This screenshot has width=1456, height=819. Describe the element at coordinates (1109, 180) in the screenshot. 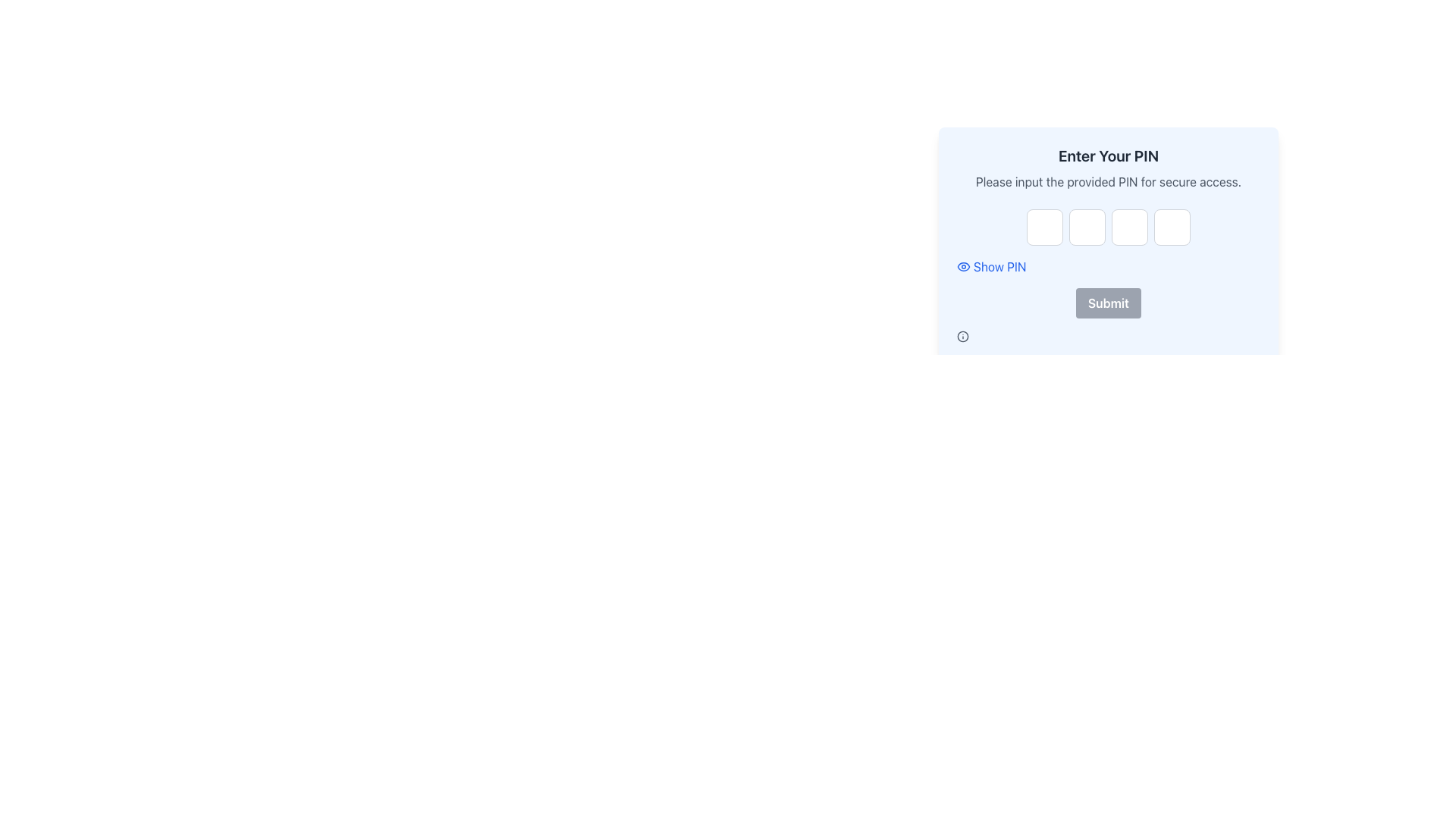

I see `text instruction from the Text Label that says 'Please input the provided PIN for secure access.' This label is styled with gray text and is located beneath the heading 'Enter Your PIN'` at that location.